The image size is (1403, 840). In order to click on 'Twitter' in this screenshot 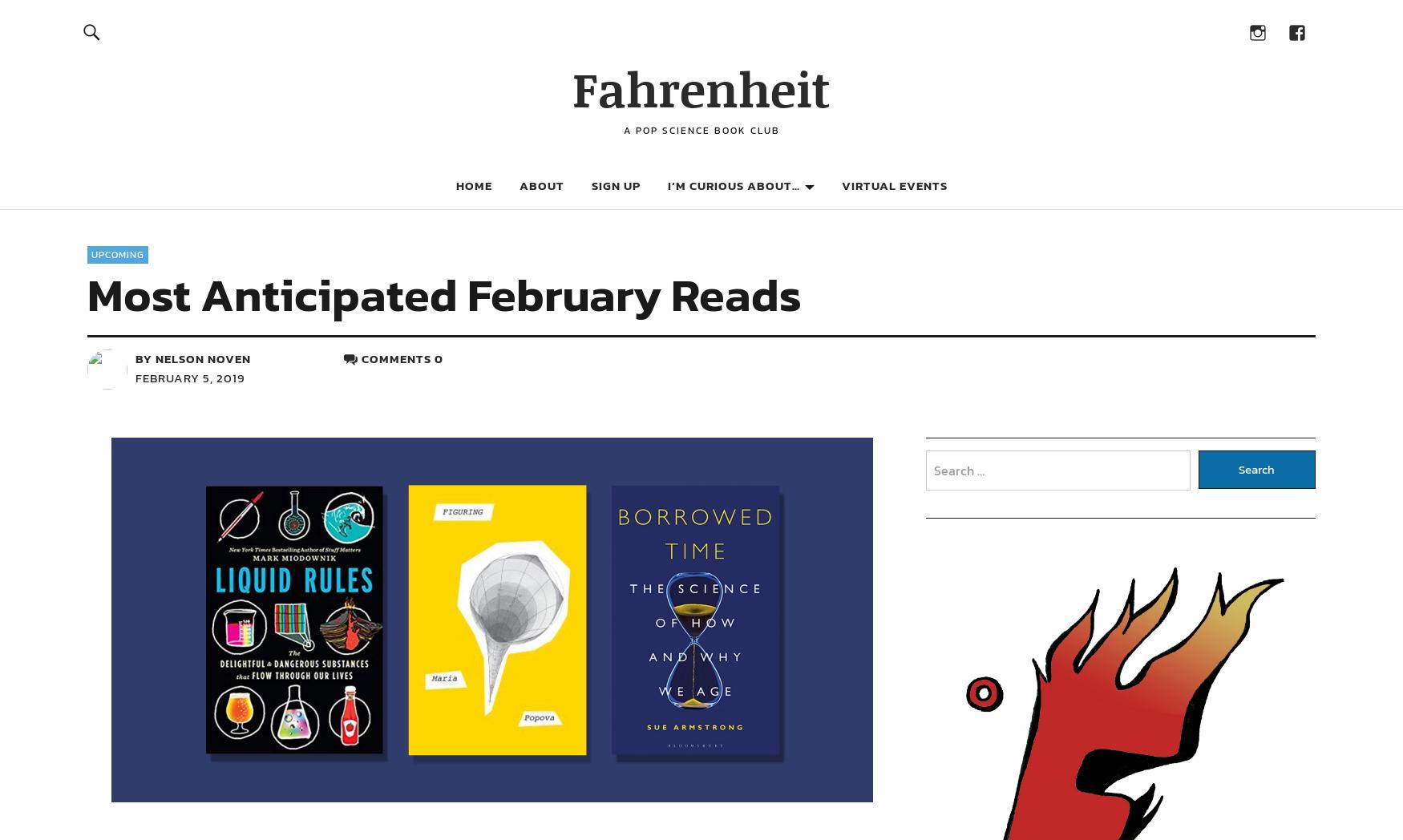, I will do `click(228, 450)`.